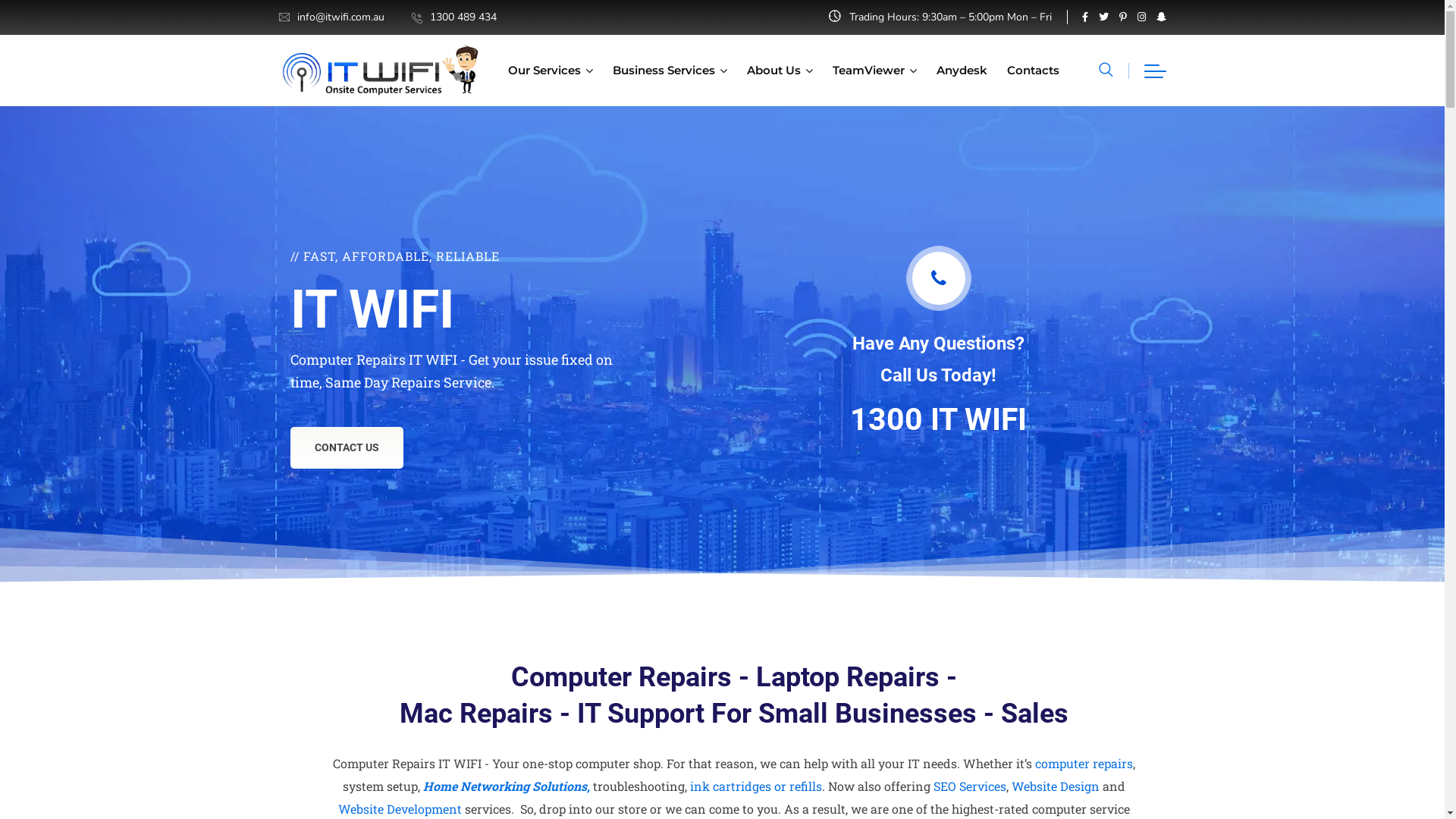  What do you see at coordinates (832, 70) in the screenshot?
I see `'TeamViewer'` at bounding box center [832, 70].